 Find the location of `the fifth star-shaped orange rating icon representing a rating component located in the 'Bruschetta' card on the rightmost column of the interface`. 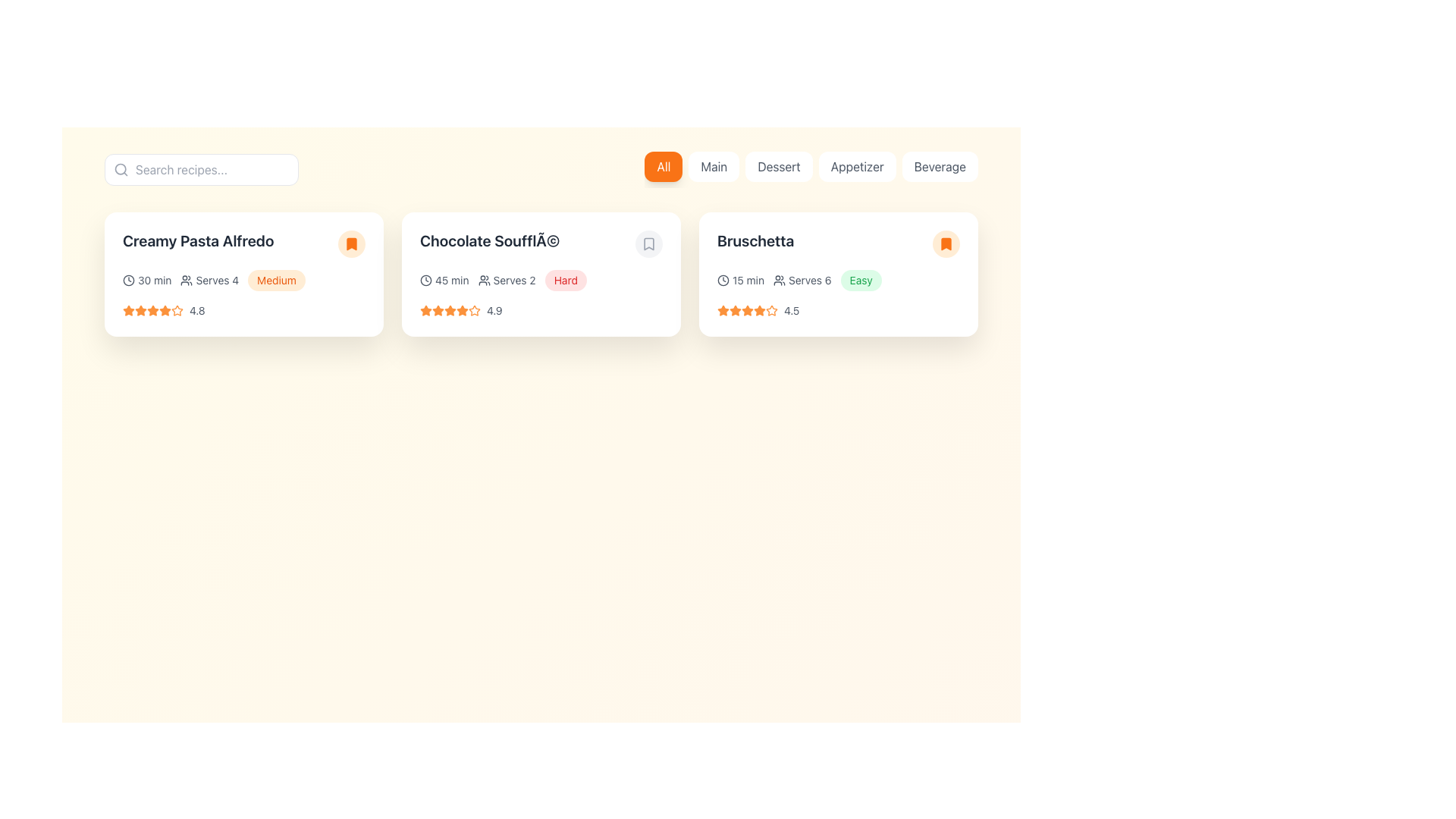

the fifth star-shaped orange rating icon representing a rating component located in the 'Bruschetta' card on the rightmost column of the interface is located at coordinates (747, 309).